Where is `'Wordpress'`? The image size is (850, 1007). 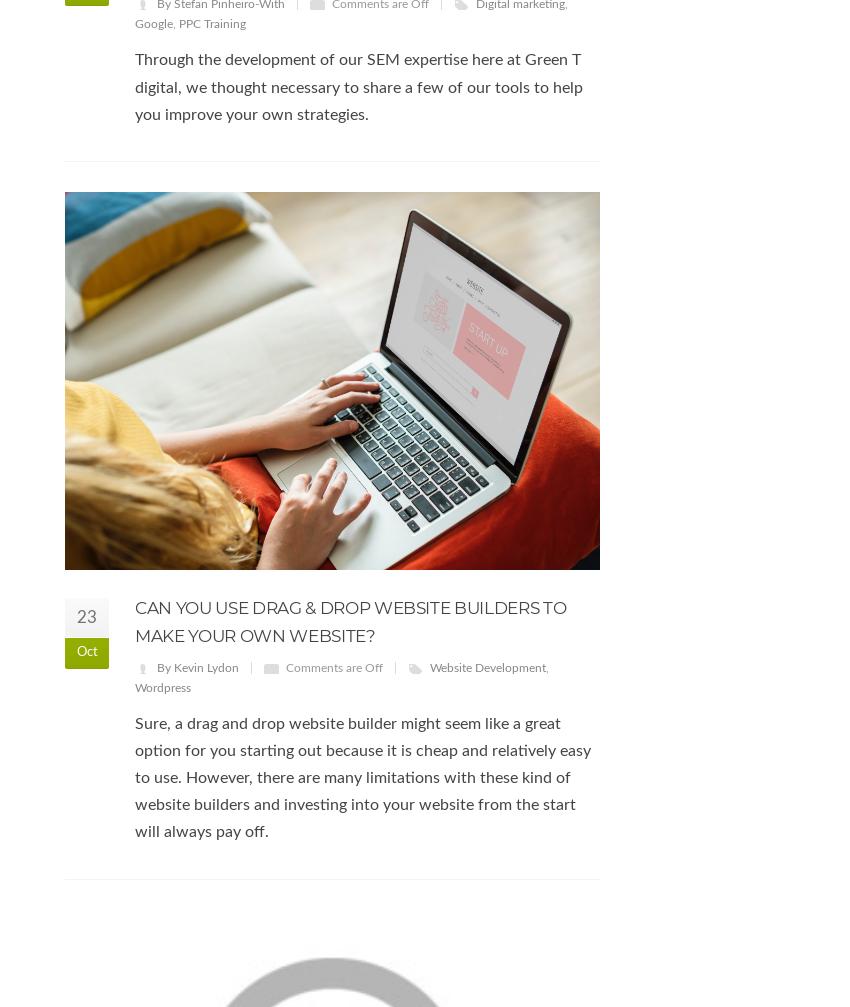 'Wordpress' is located at coordinates (134, 685).